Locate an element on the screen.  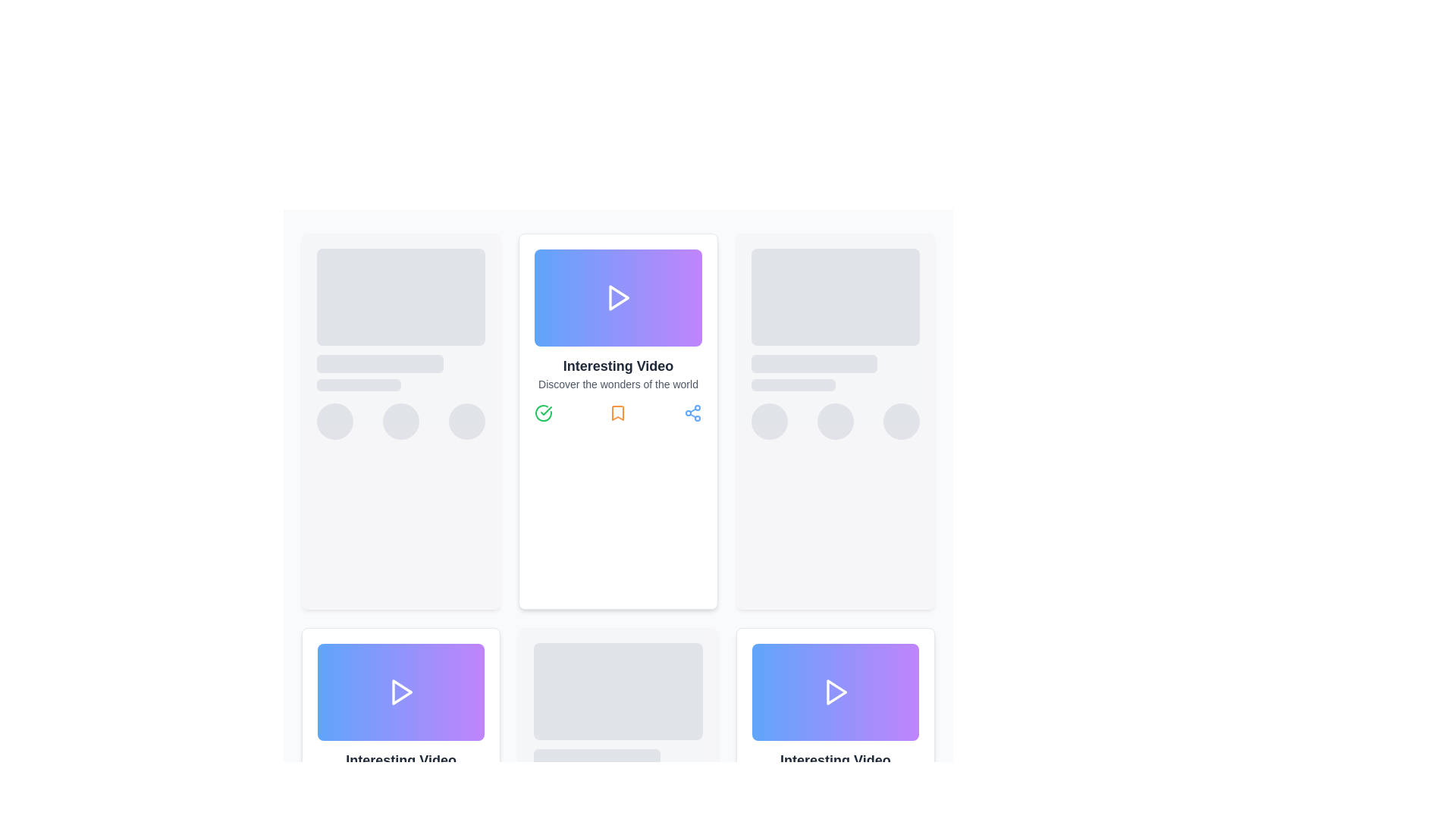
the clickable media preview with a play button located within the 'Interesting Video' card is located at coordinates (618, 298).